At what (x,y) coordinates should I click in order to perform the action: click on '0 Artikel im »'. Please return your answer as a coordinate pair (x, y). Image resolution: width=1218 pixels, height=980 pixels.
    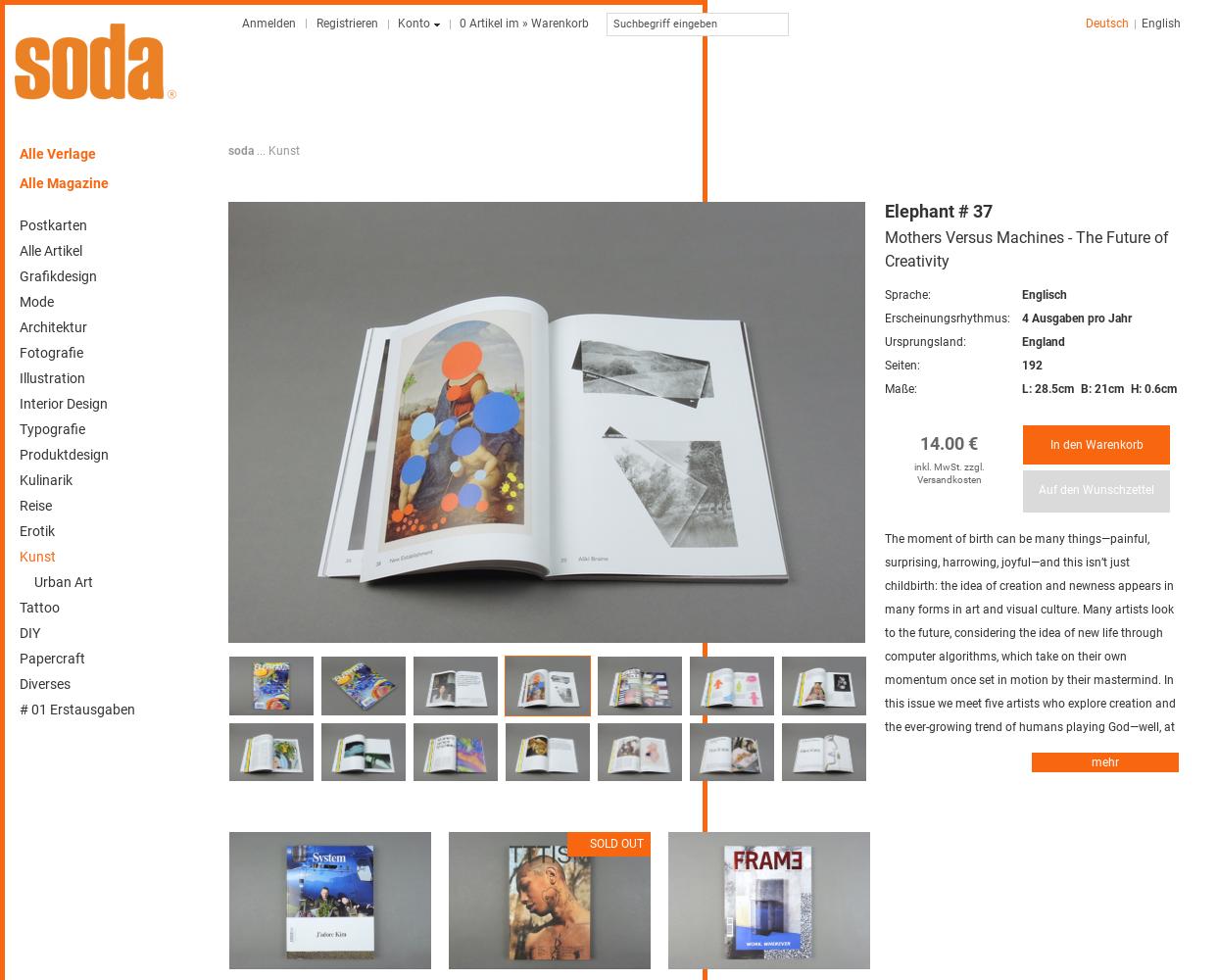
    Looking at the image, I should click on (494, 24).